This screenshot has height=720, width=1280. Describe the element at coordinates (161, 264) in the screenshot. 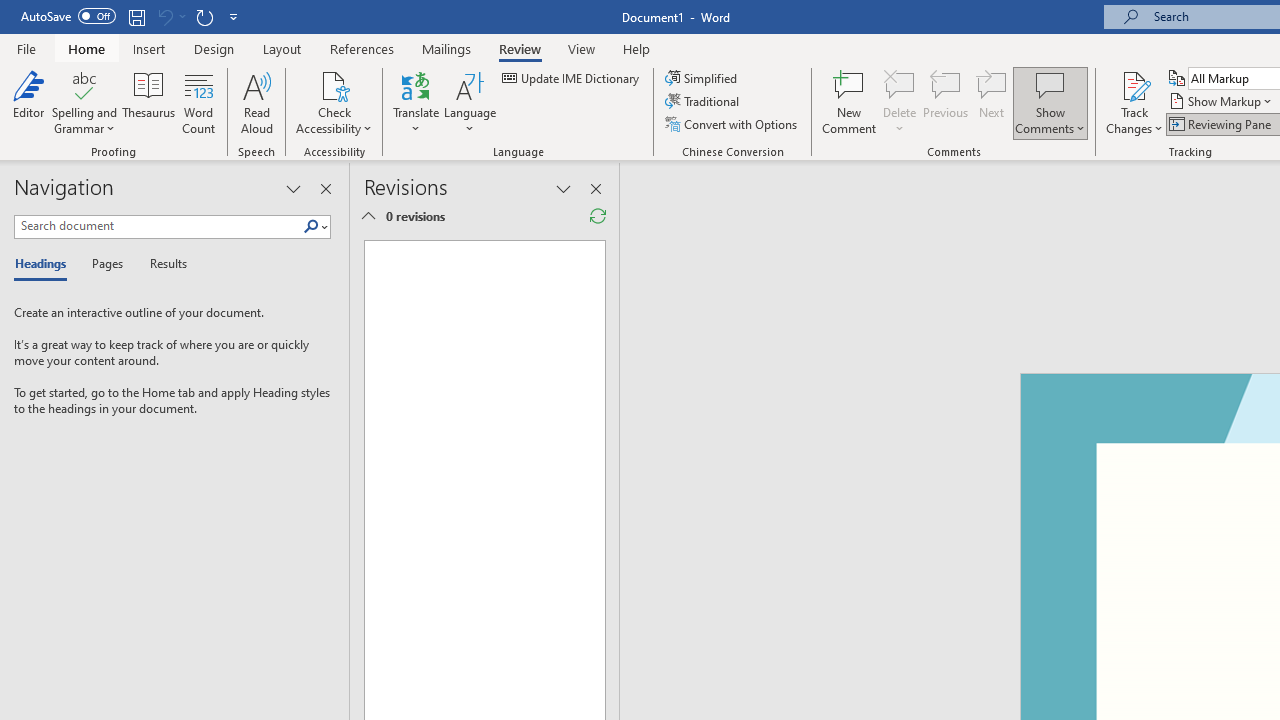

I see `'Results'` at that location.